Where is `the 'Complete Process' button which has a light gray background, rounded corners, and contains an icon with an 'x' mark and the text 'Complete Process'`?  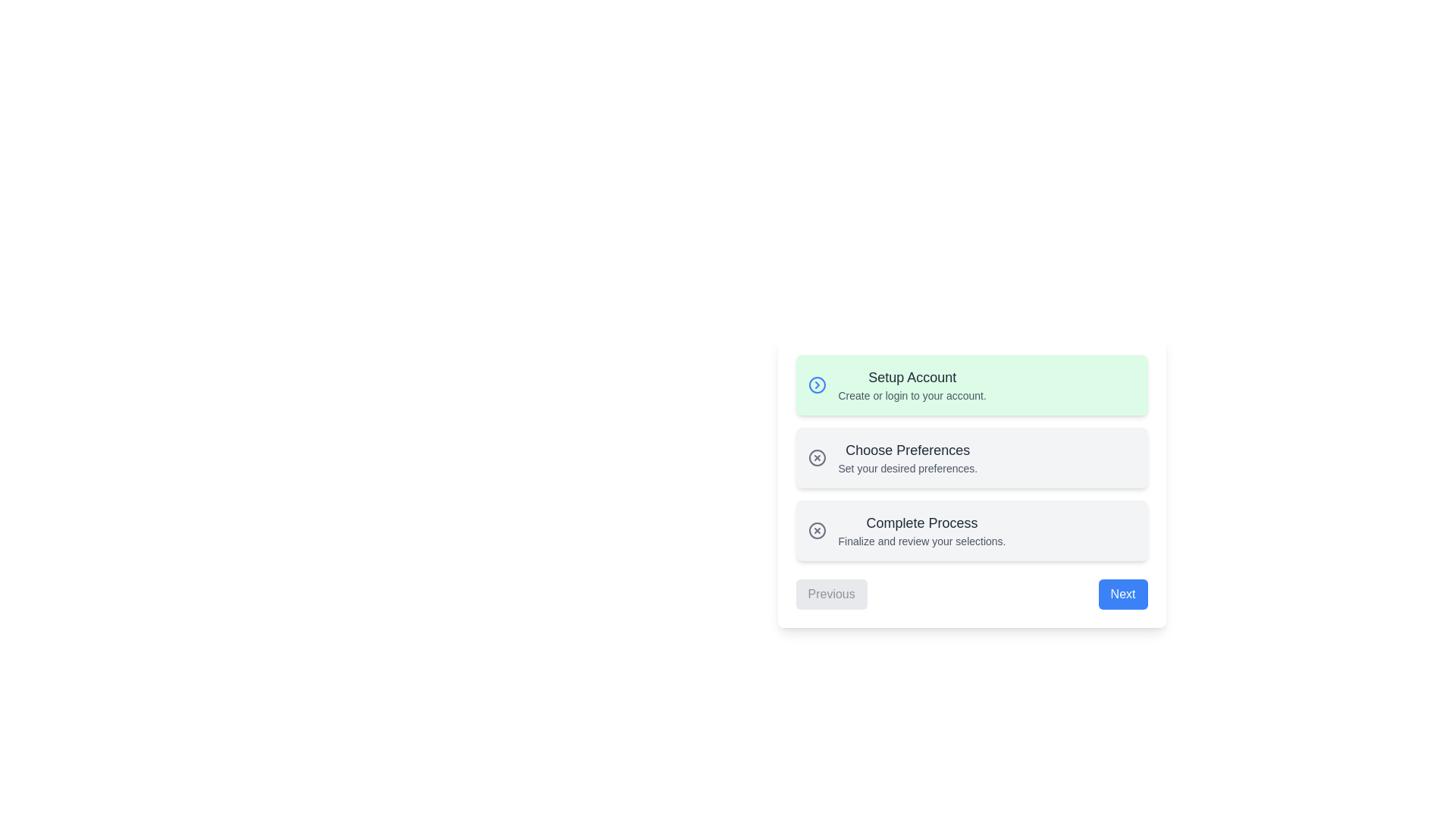
the 'Complete Process' button which has a light gray background, rounded corners, and contains an icon with an 'x' mark and the text 'Complete Process' is located at coordinates (971, 529).